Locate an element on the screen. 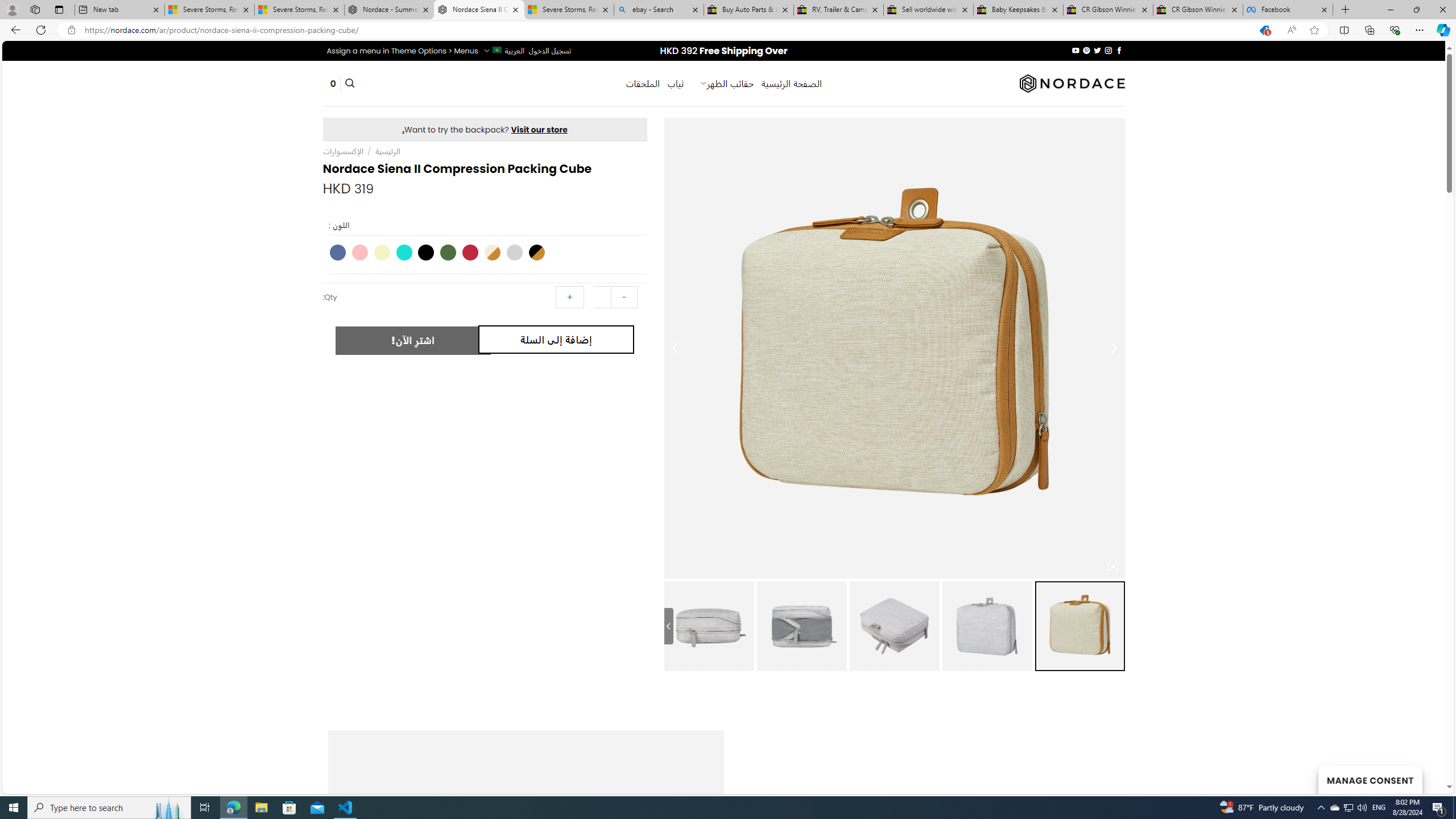  'You have the best price!' is located at coordinates (1263, 30).